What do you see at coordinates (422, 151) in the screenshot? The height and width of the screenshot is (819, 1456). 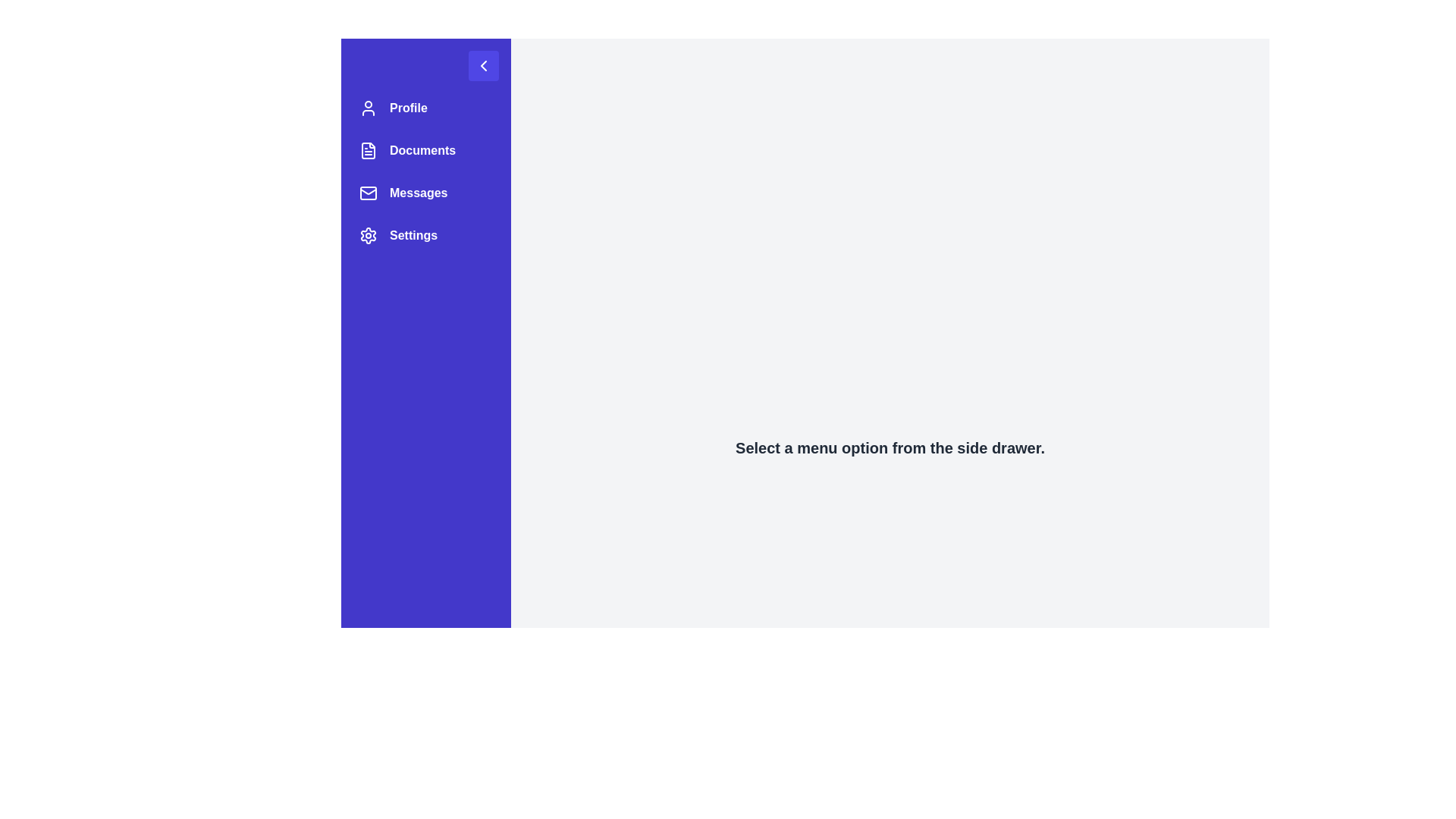 I see `the 'Documents' menu item in the vertical navigation sidebar` at bounding box center [422, 151].